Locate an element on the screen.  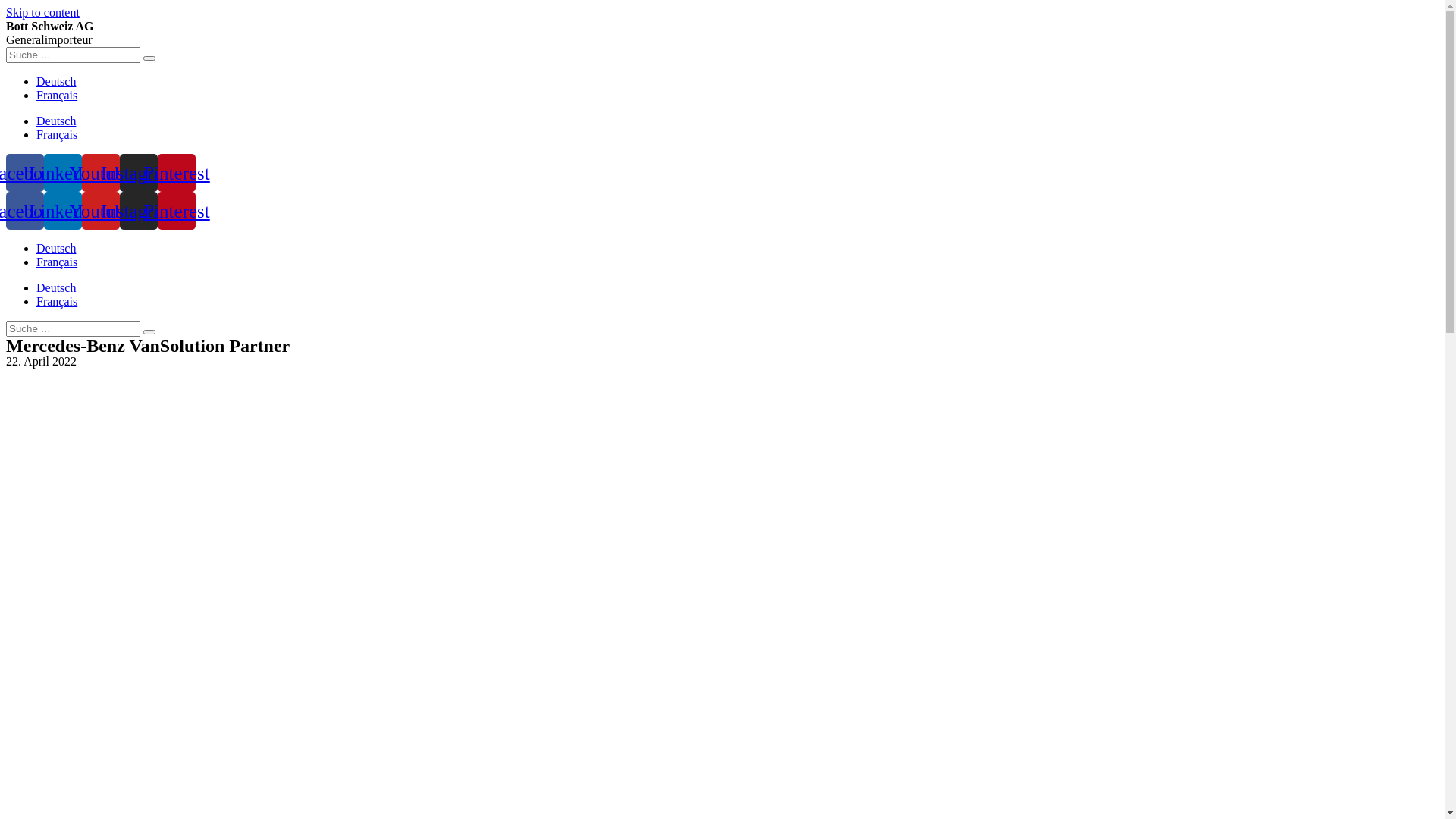
'Youtube' is located at coordinates (100, 171).